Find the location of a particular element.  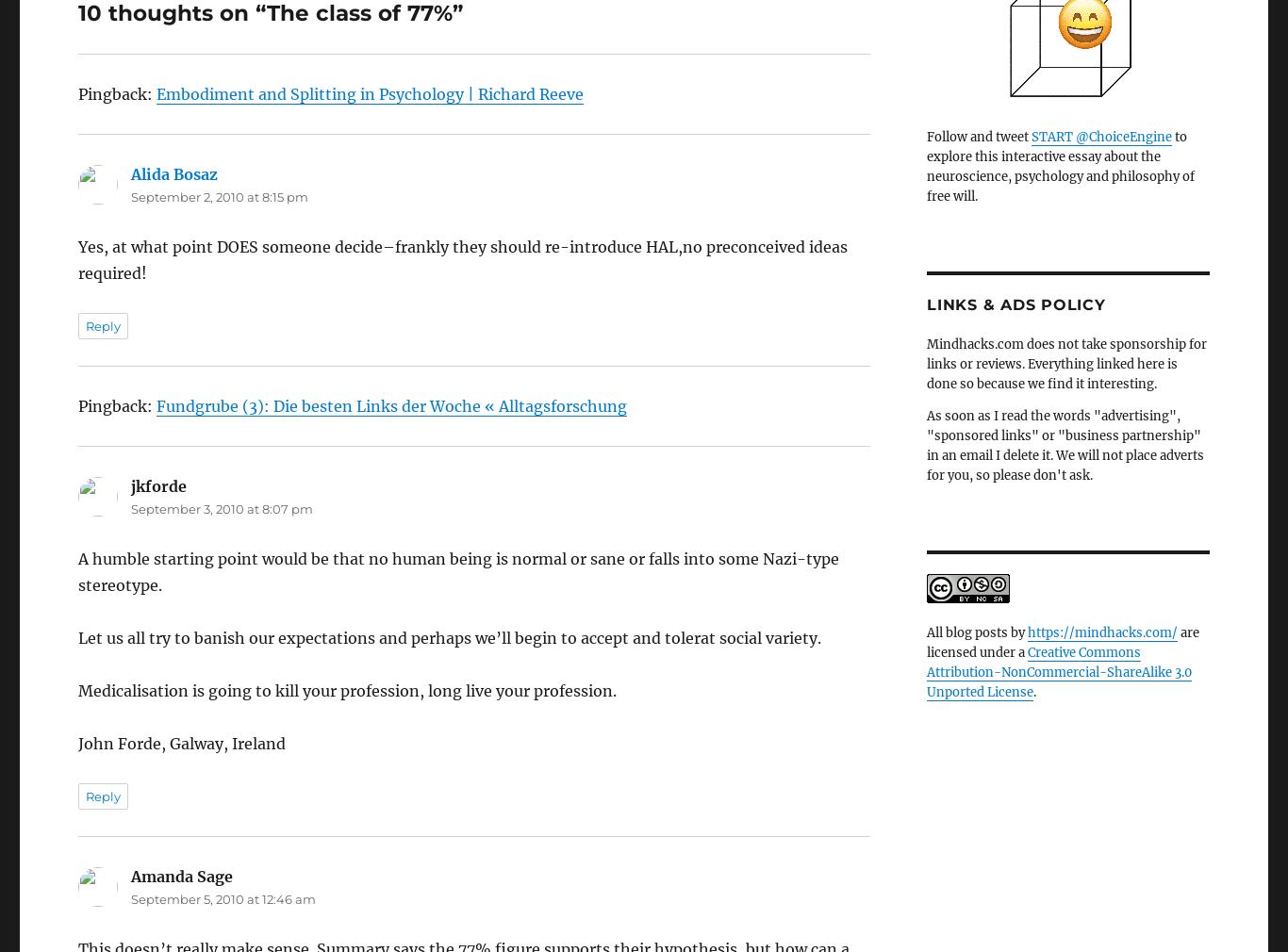

'Alida Bosaz' is located at coordinates (173, 121).